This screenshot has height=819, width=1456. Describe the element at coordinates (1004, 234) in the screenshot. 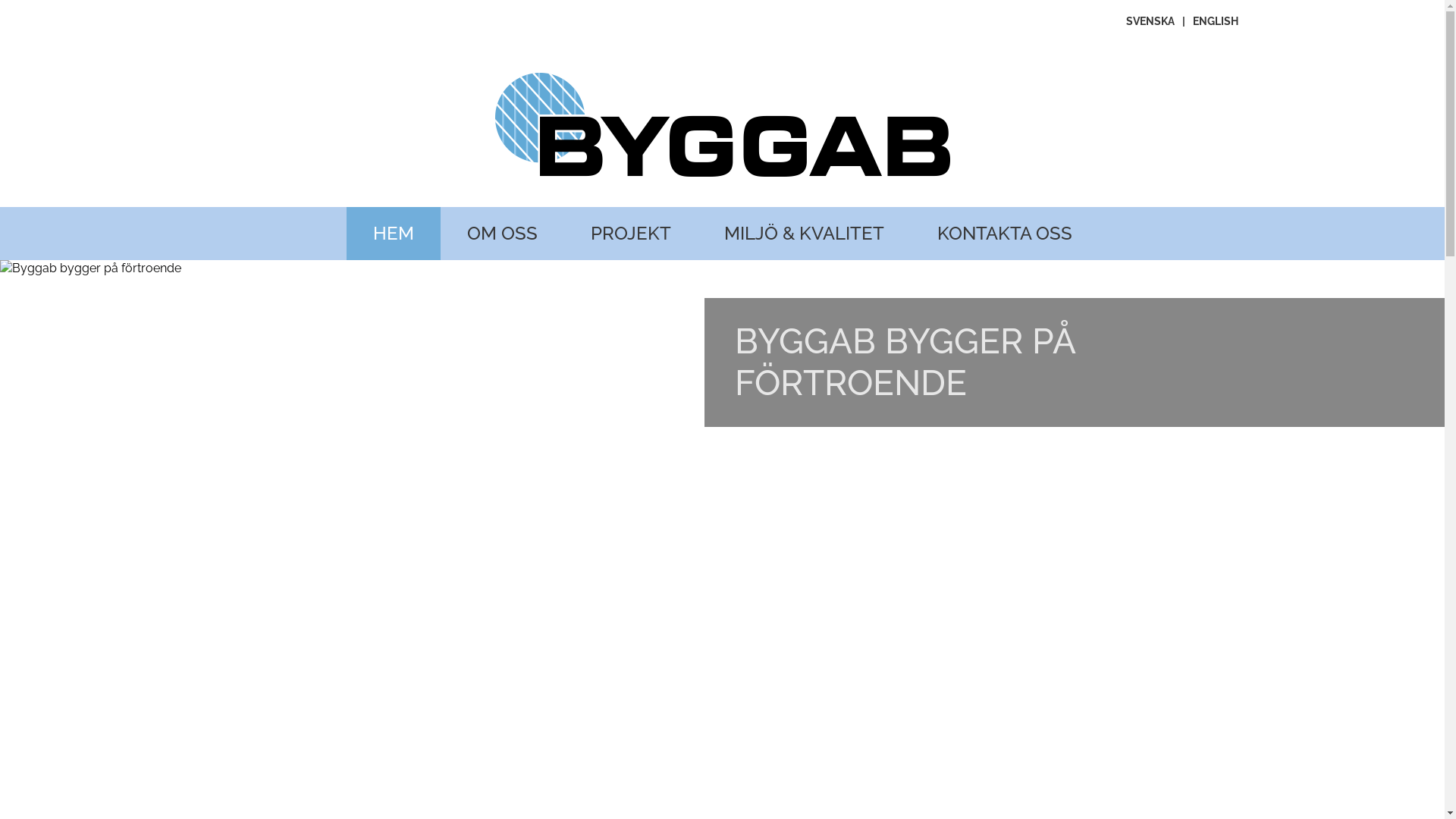

I see `'KONTAKTA OSS'` at that location.